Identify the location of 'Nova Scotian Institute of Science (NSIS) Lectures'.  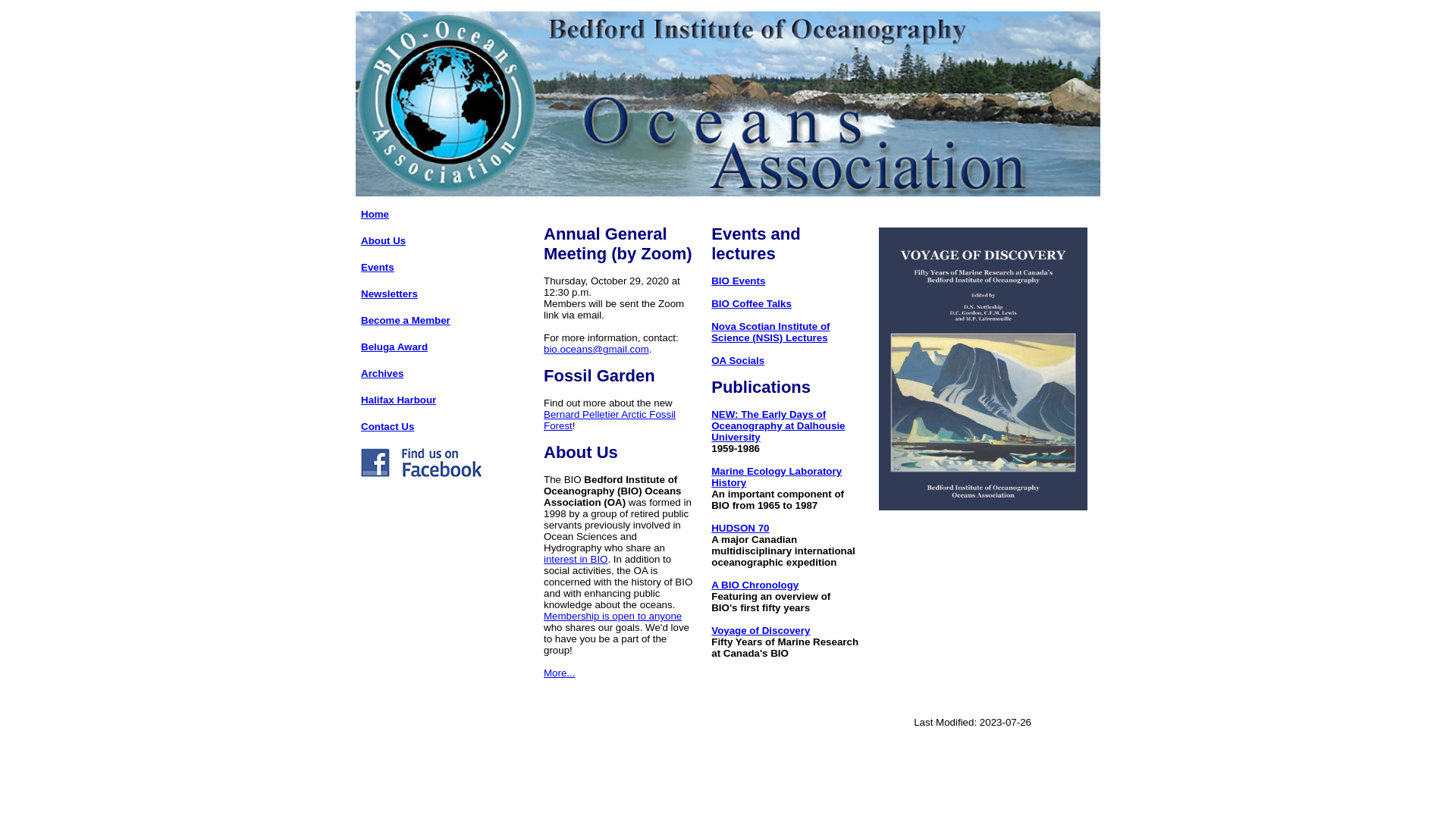
(770, 331).